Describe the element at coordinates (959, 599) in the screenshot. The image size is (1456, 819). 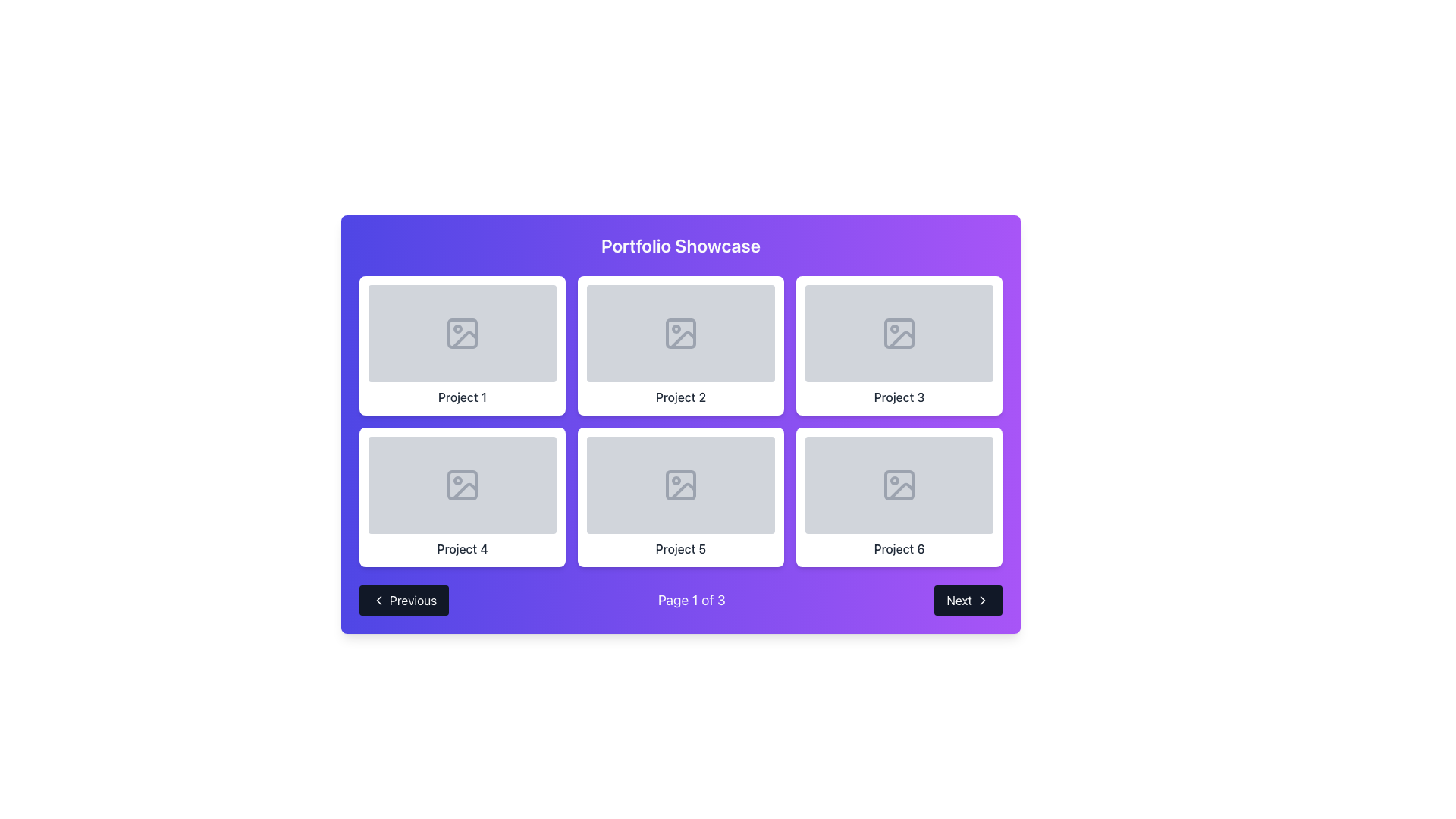
I see `the pagination 'Next' Text Label located at the bottom-right corner of the interface` at that location.